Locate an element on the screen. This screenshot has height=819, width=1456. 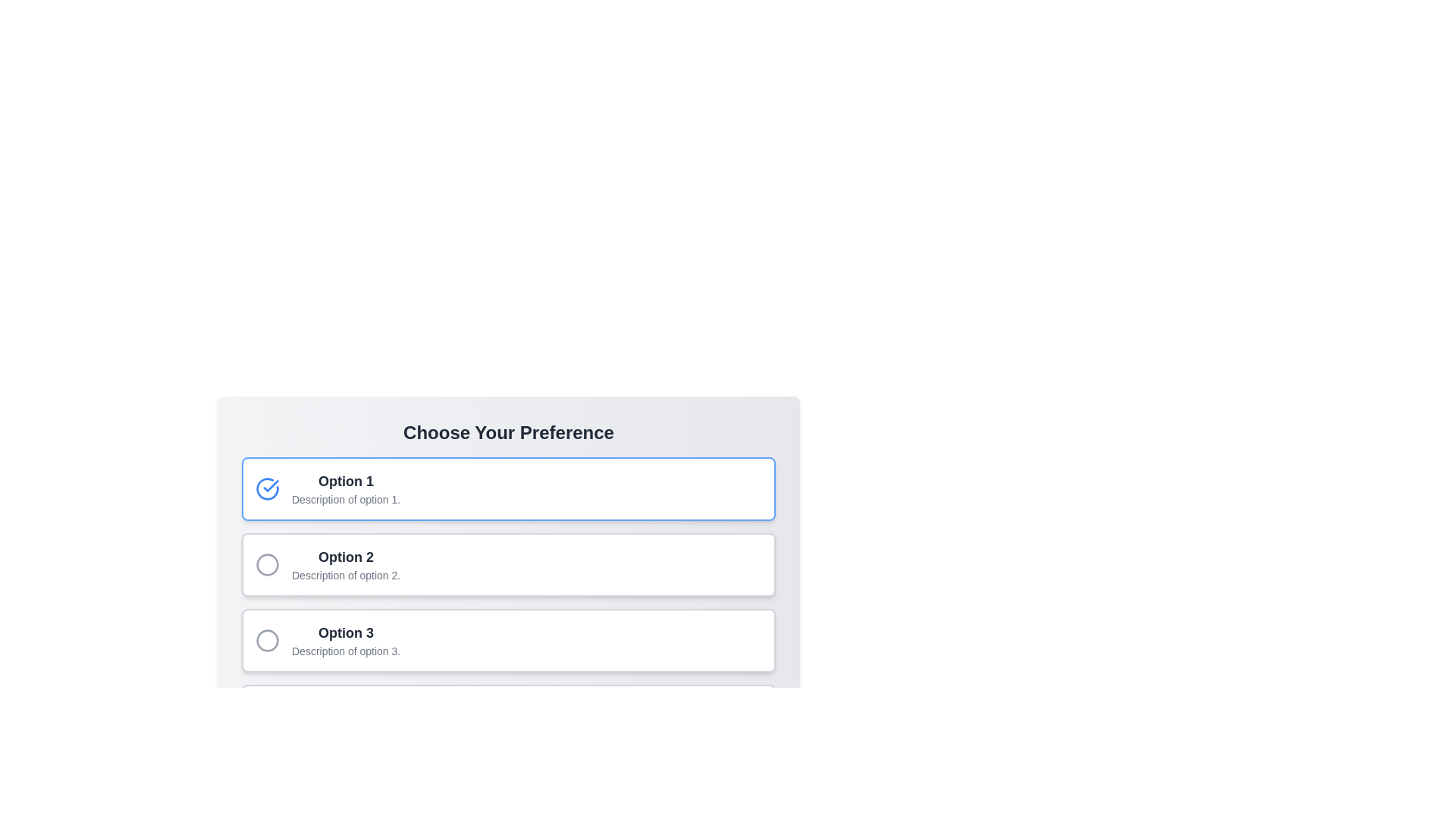
the blue circular icon with a check mark inside, which represents a completed selection, located at the left side of the first option labeled 'Option 1' is located at coordinates (268, 488).